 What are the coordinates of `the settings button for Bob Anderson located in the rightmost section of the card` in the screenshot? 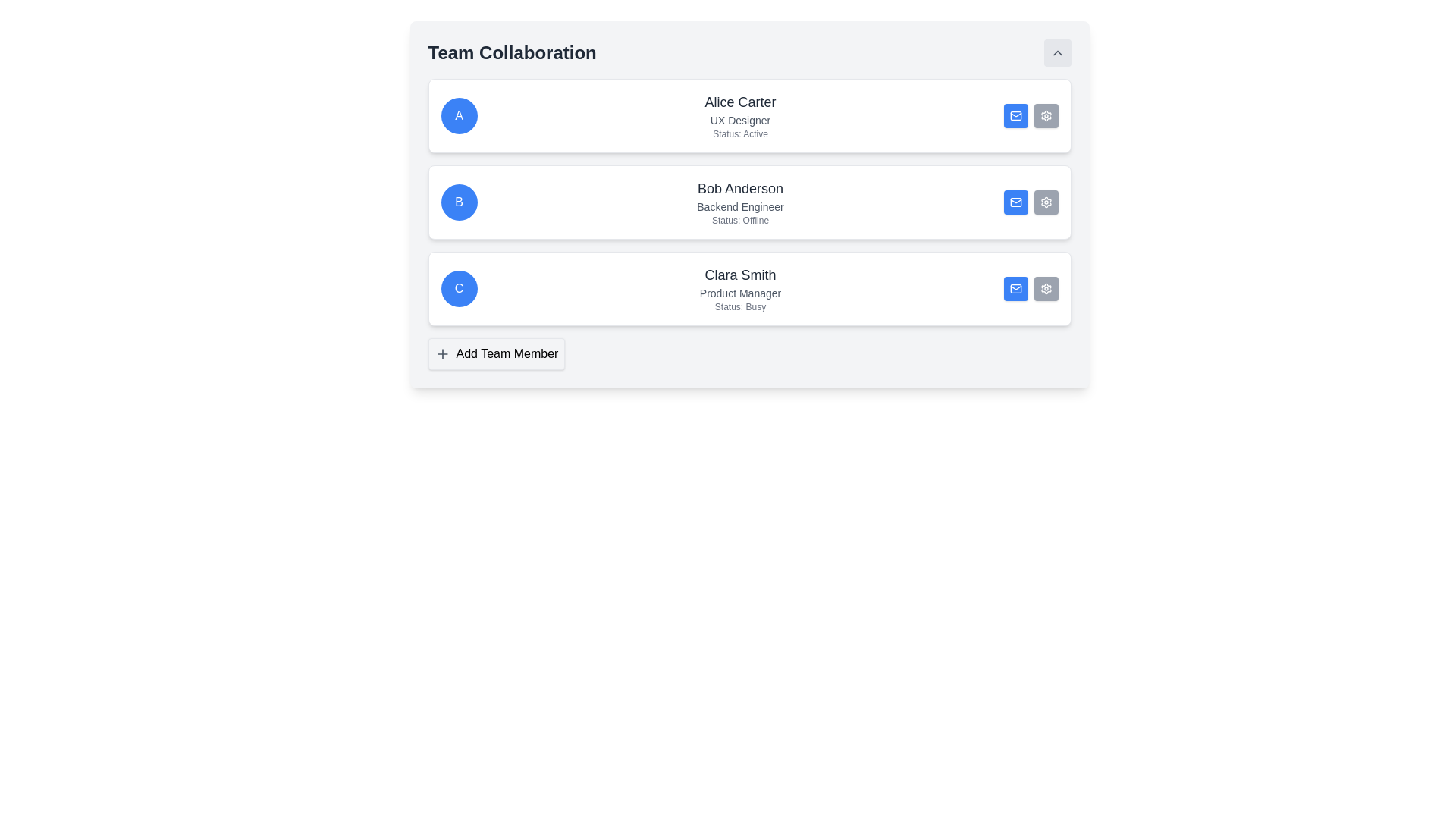 It's located at (1045, 201).